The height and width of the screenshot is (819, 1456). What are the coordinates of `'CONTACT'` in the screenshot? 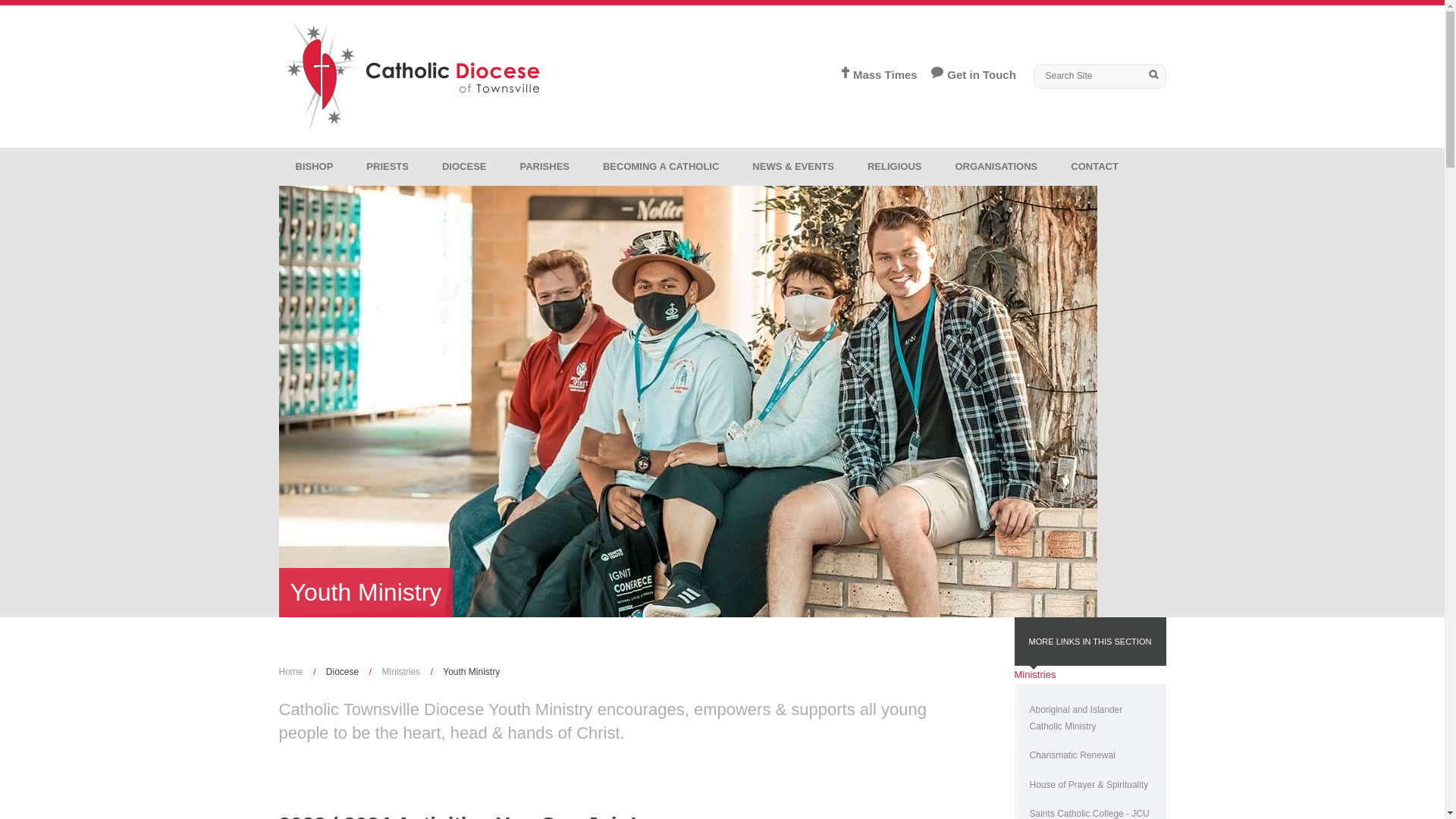 It's located at (1094, 166).